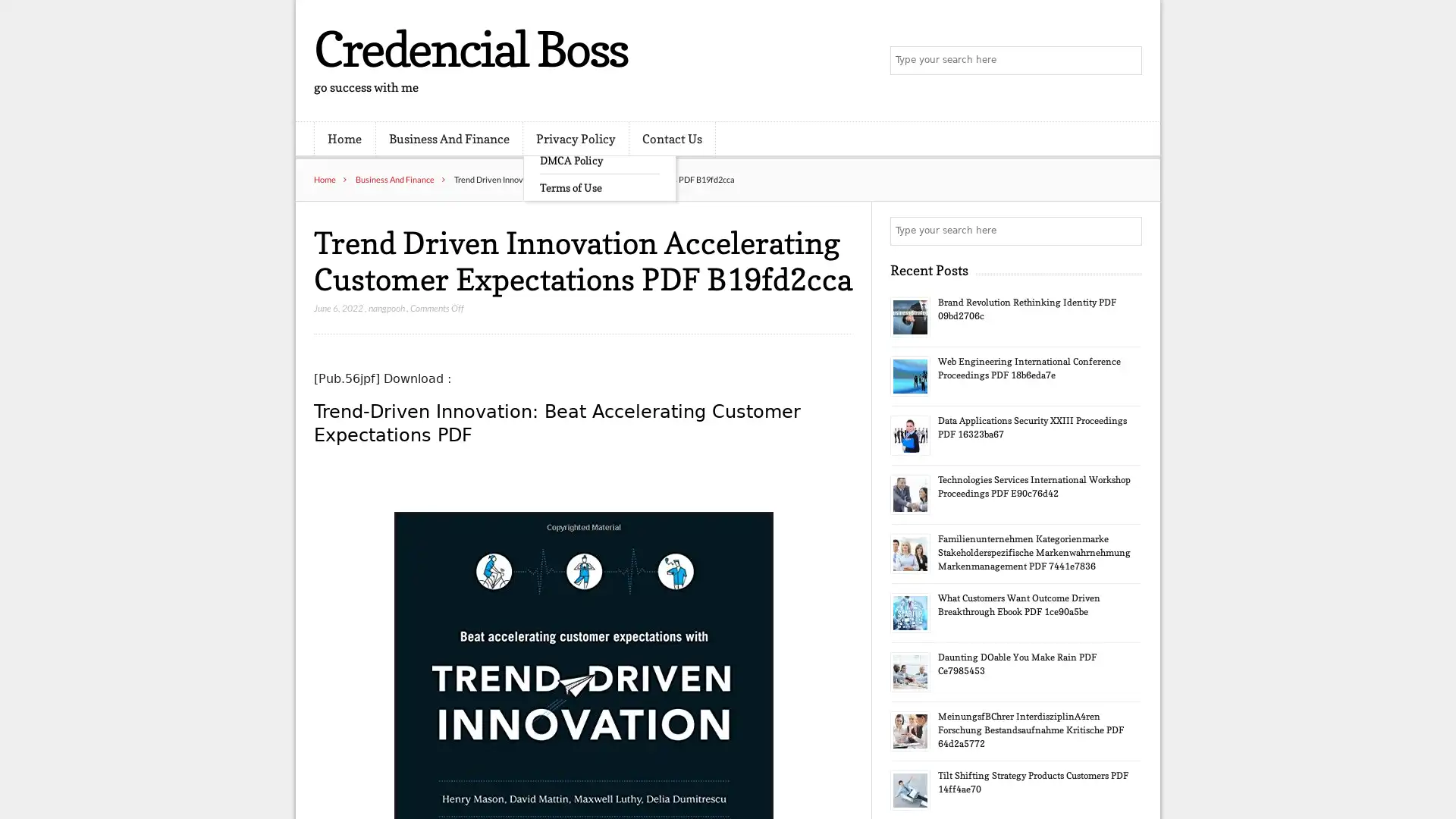 The height and width of the screenshot is (819, 1456). What do you see at coordinates (1126, 61) in the screenshot?
I see `Search` at bounding box center [1126, 61].